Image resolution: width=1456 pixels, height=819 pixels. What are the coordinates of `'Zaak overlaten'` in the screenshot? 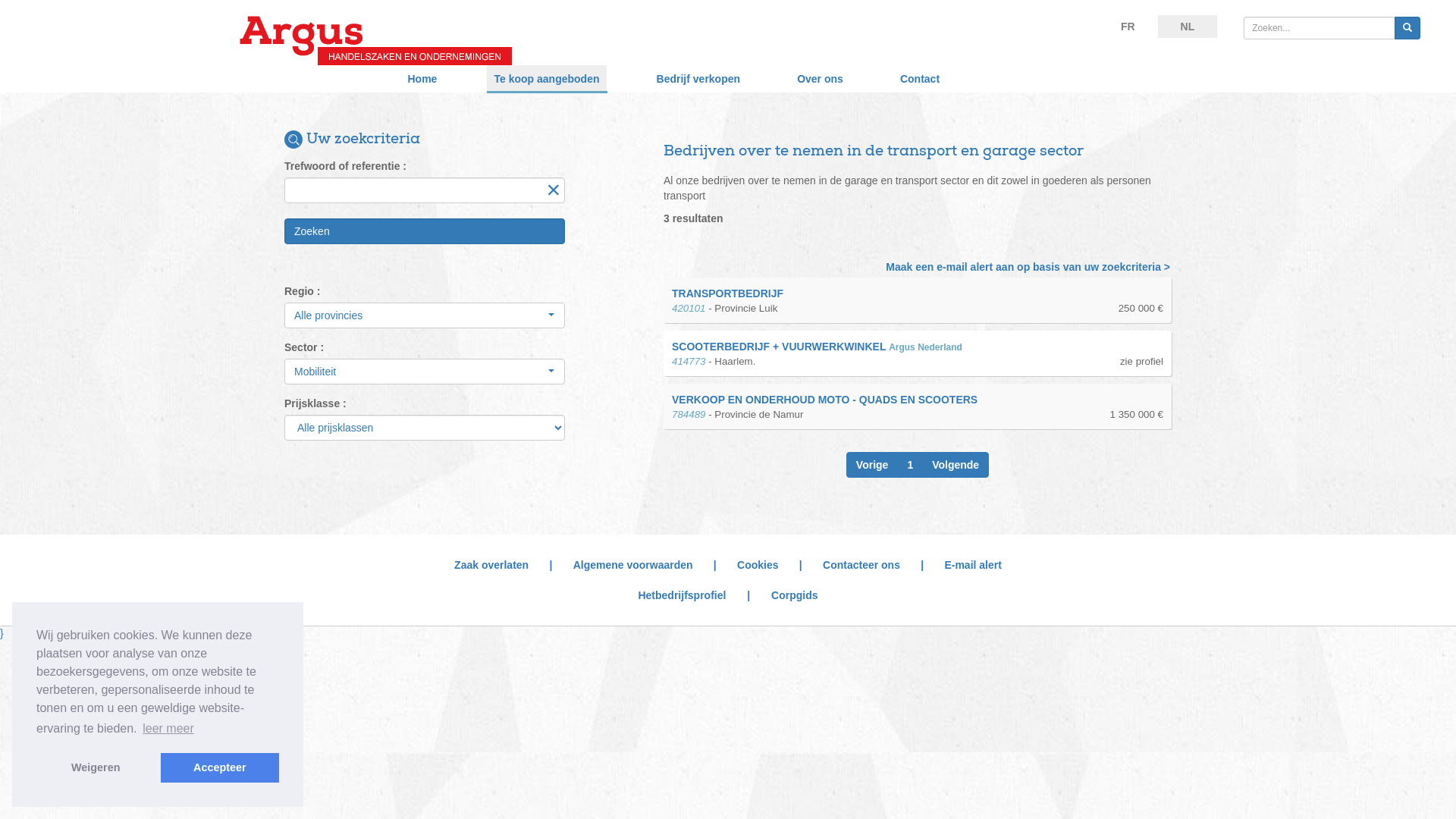 It's located at (491, 564).